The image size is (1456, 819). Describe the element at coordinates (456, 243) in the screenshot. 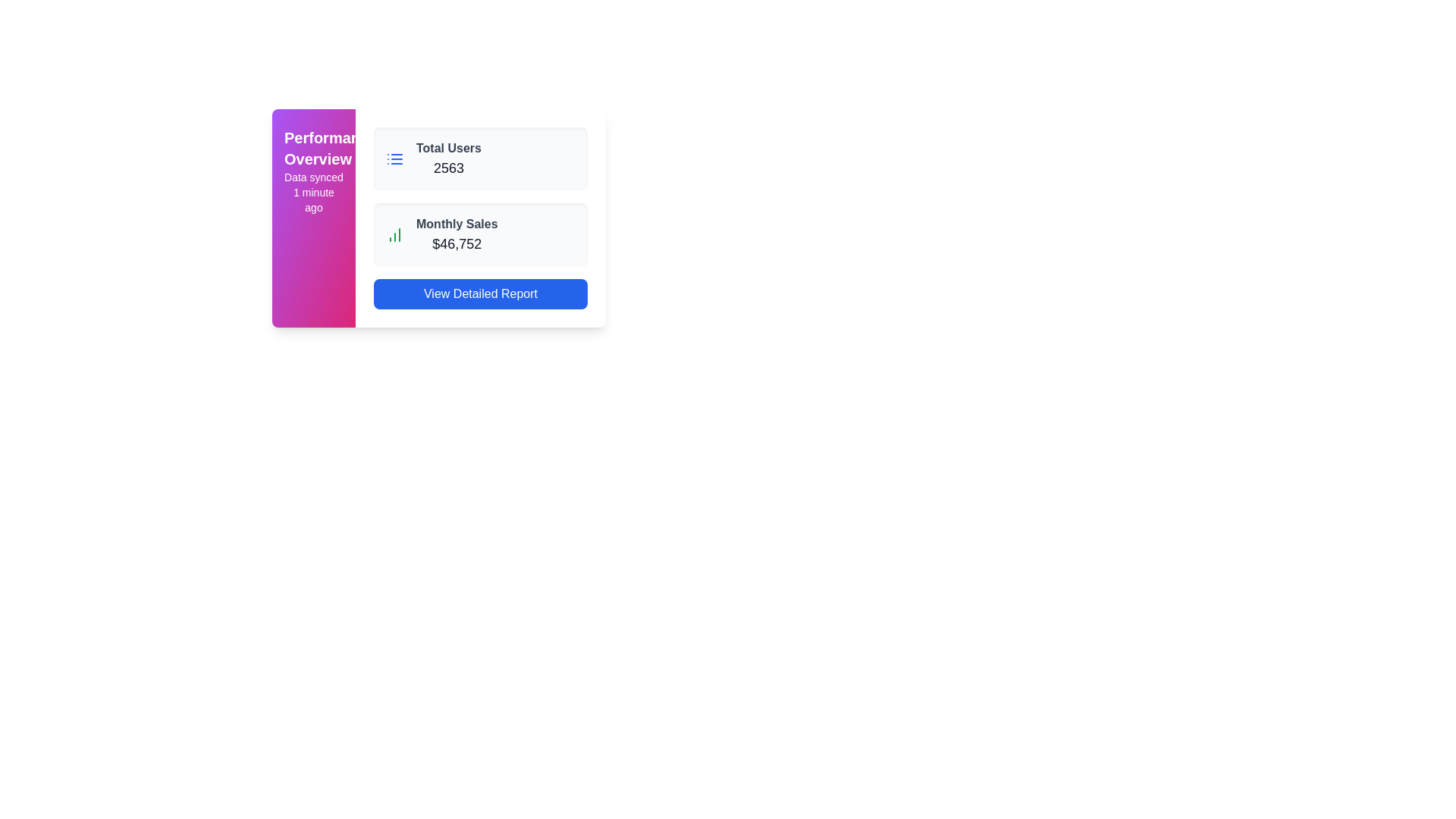

I see `the Static Text Display showing the current value of monthly sales, located in the 'Monthly Sales' section, centered horizontally towards the top-right area of the interface` at that location.